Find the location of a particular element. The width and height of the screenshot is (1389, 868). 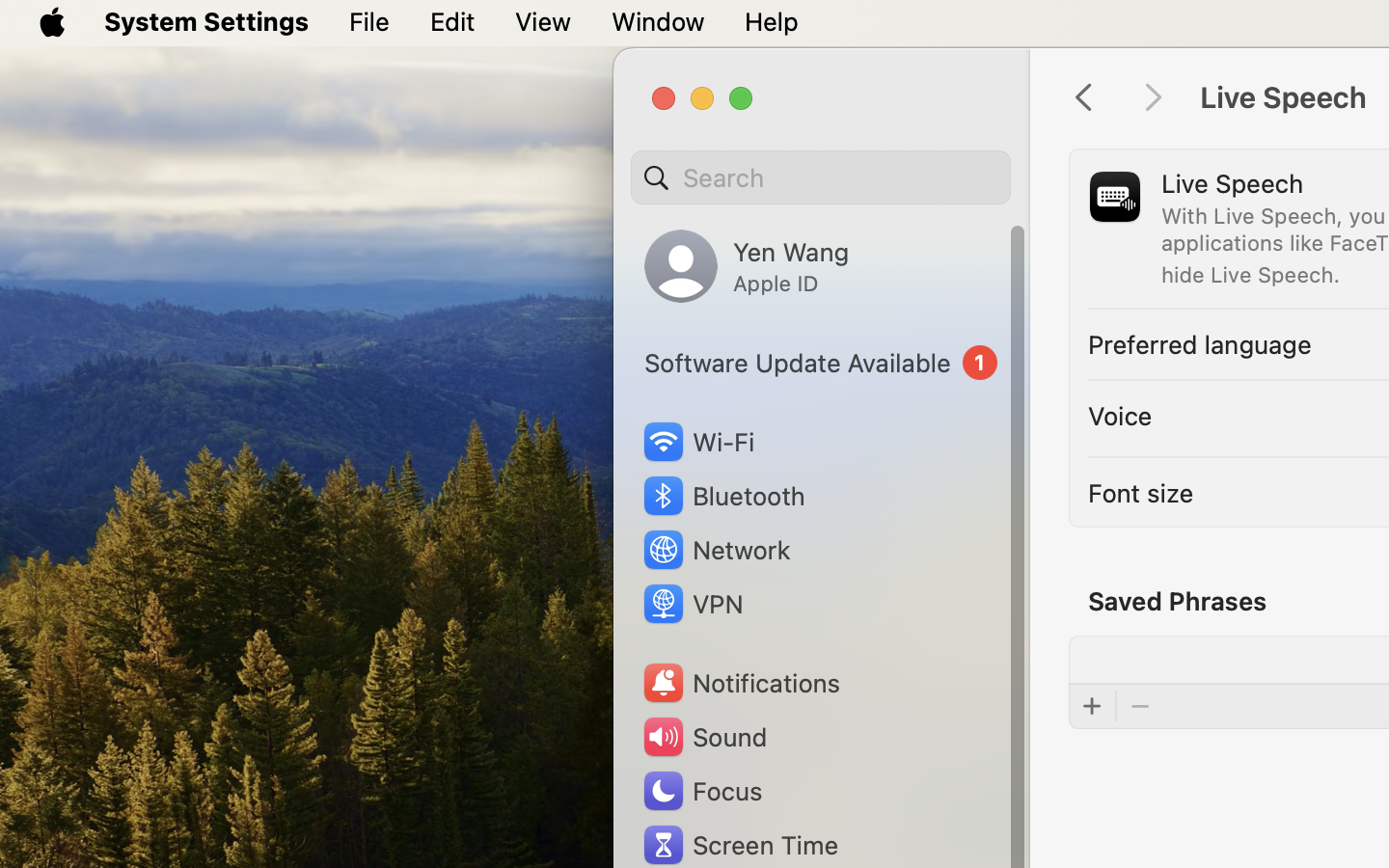

'Sound' is located at coordinates (702, 736).